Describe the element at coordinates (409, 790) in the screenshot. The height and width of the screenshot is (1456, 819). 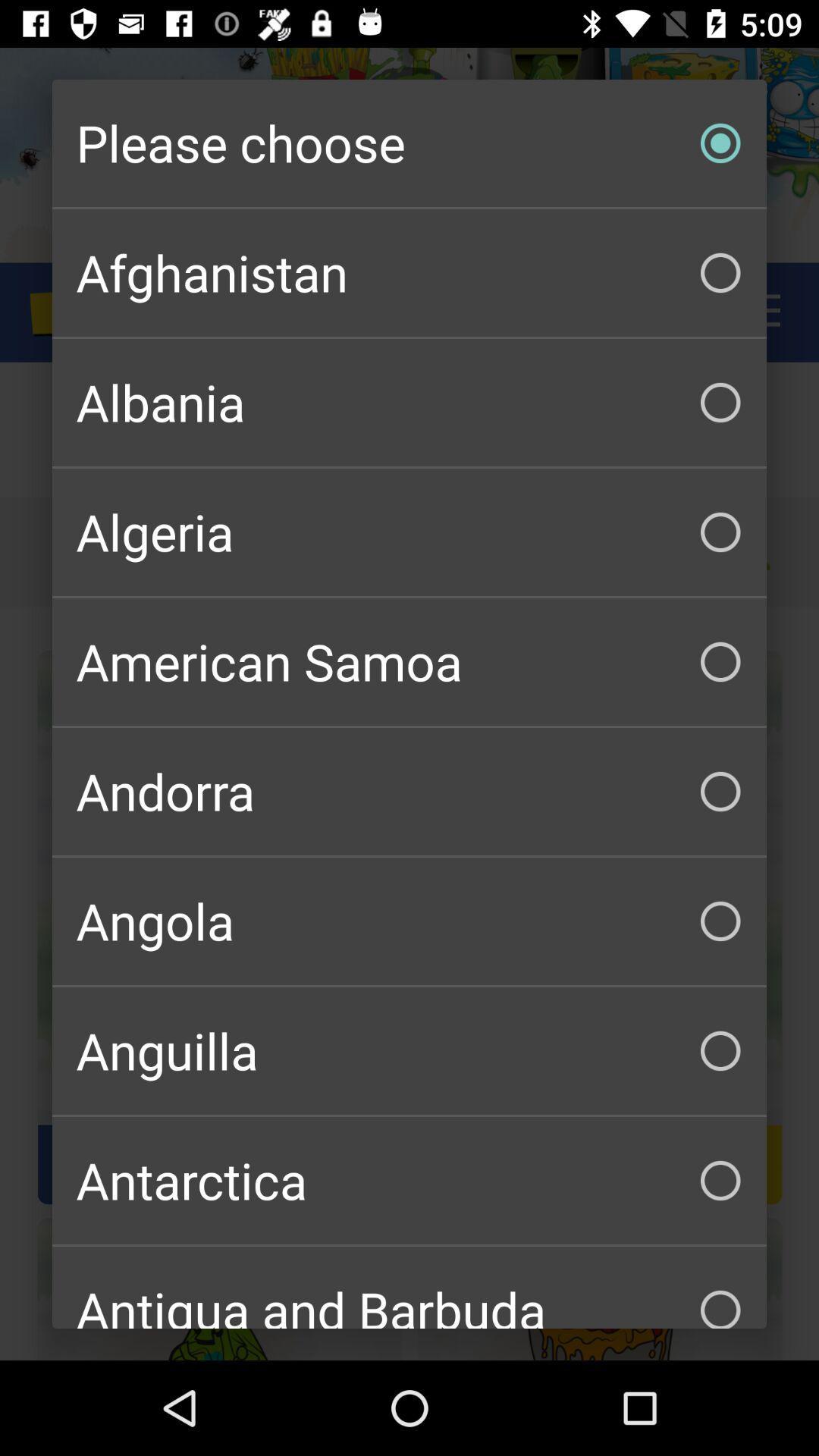
I see `the icon above angola` at that location.